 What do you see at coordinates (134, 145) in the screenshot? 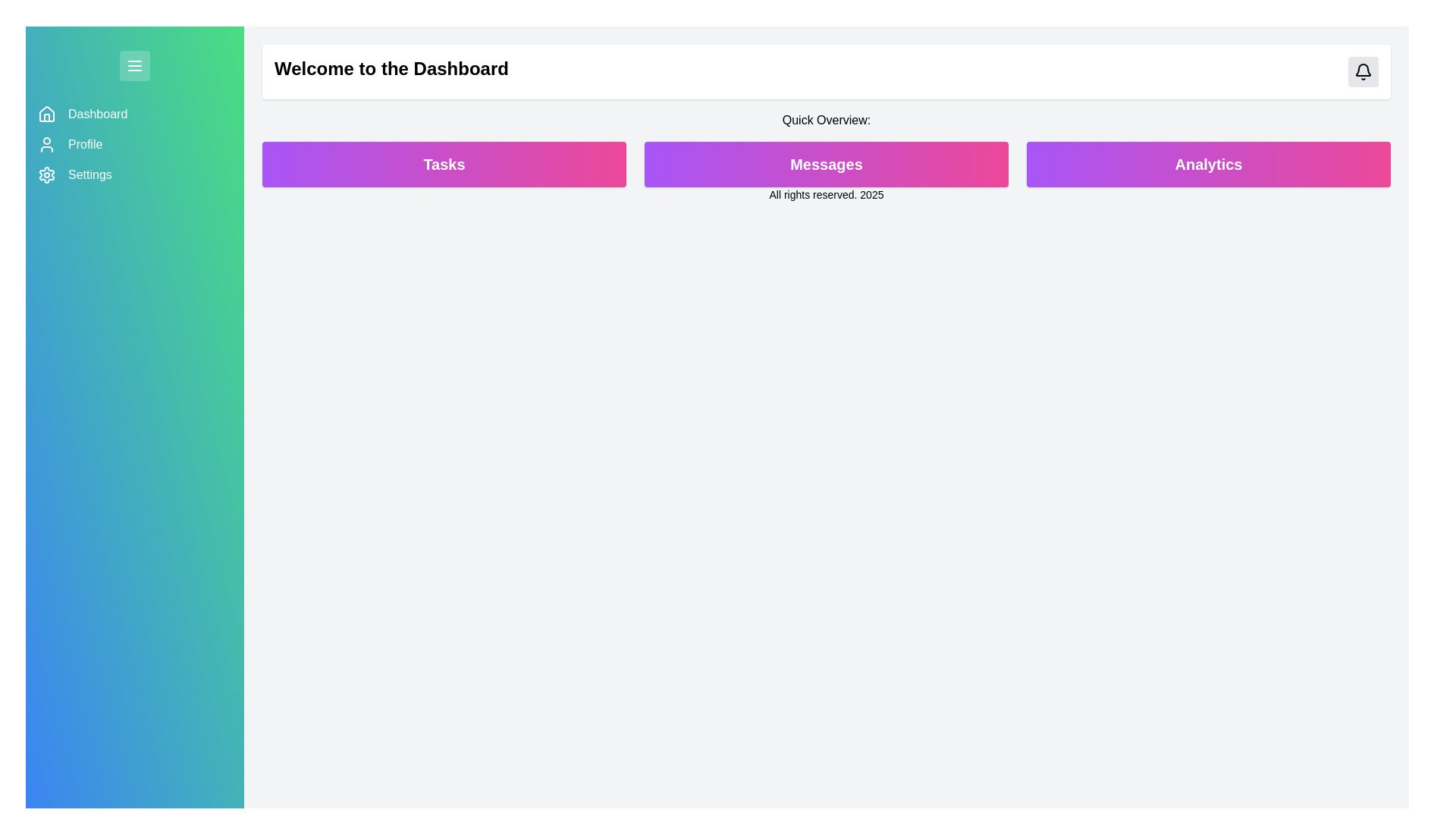
I see `the 'Profile' sidebar menu item` at bounding box center [134, 145].